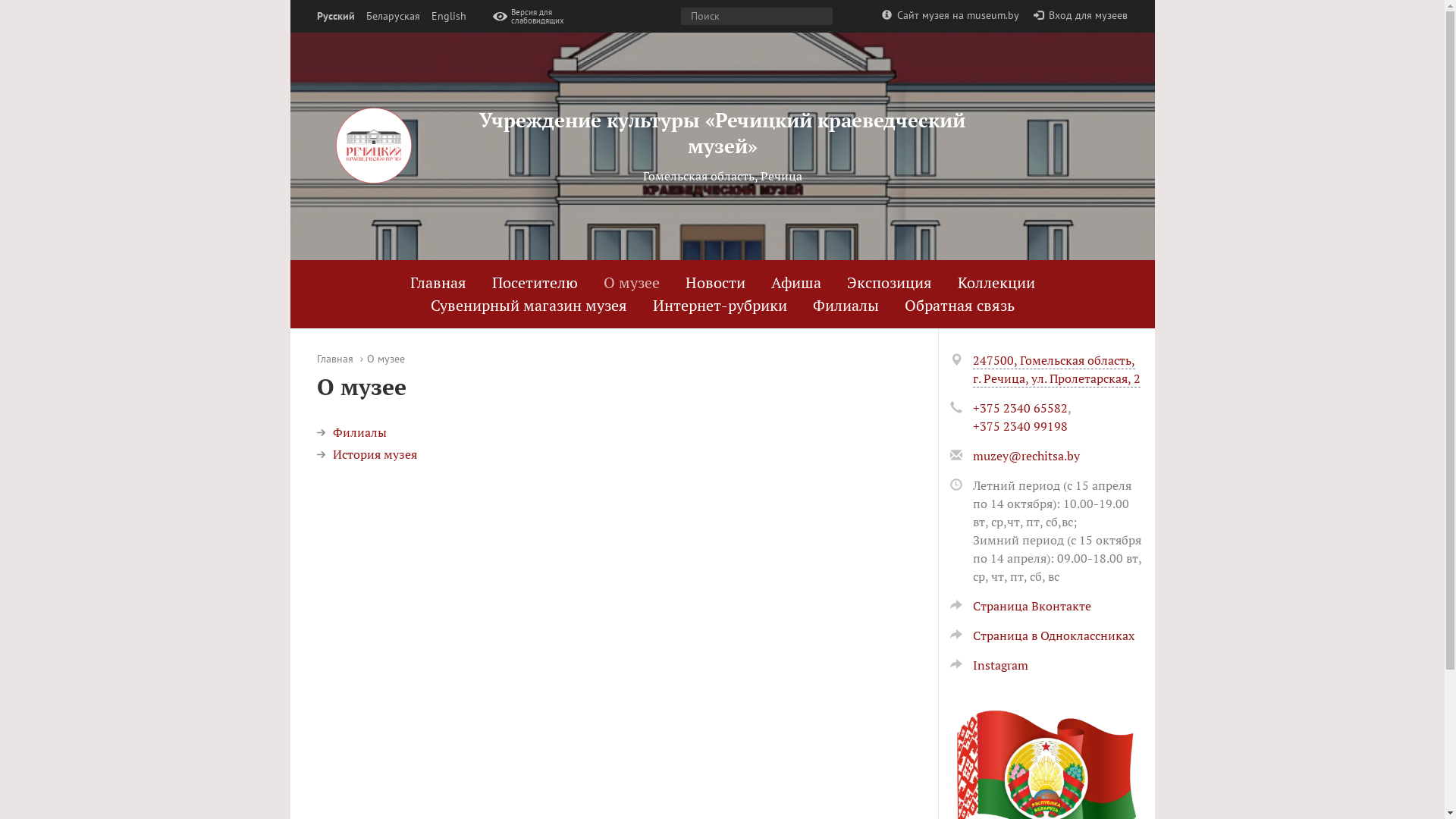  I want to click on 'Instagram', so click(949, 664).